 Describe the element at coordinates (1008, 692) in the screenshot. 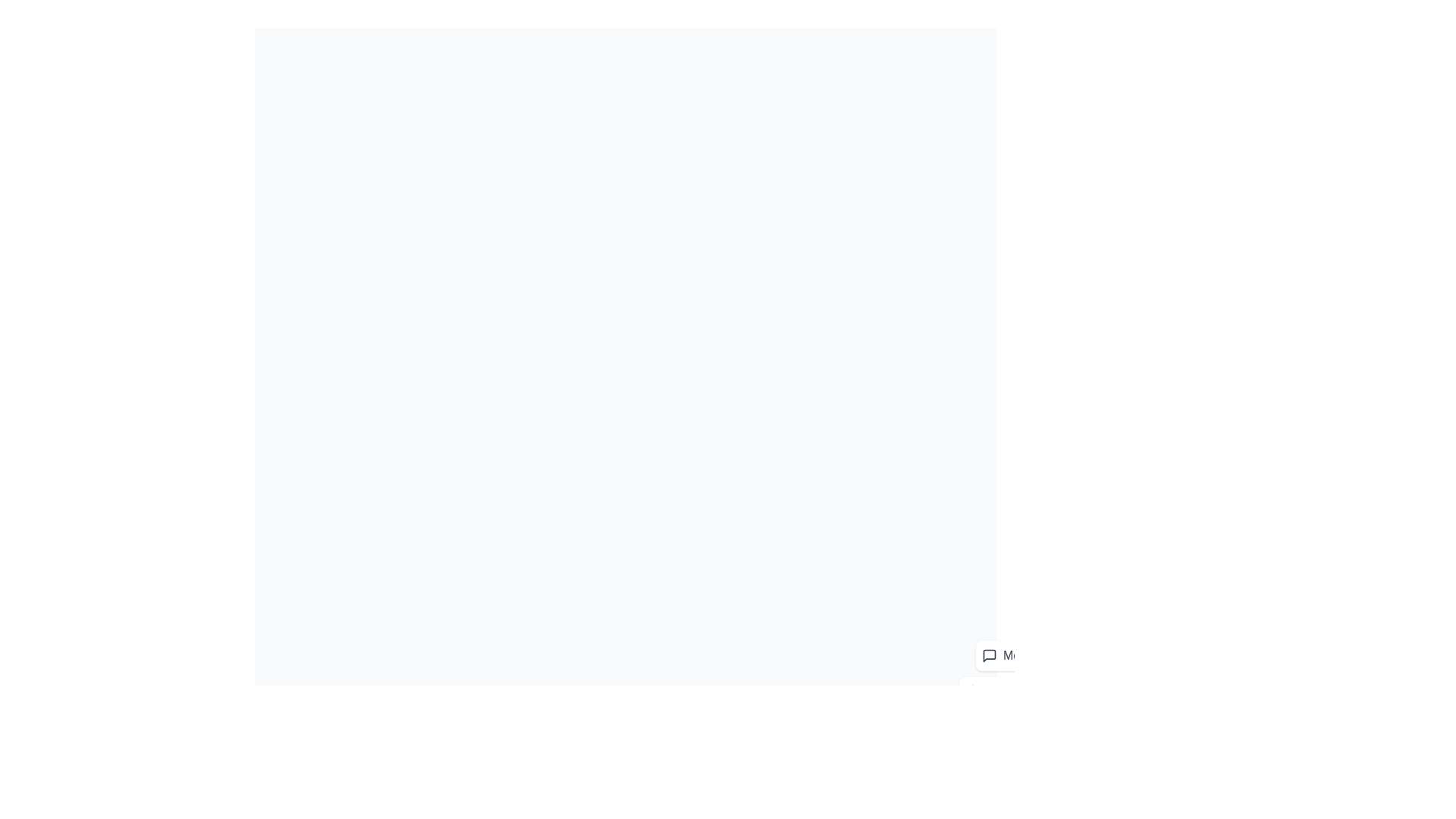

I see `the 'Notifications' button in the speed dial menu` at that location.